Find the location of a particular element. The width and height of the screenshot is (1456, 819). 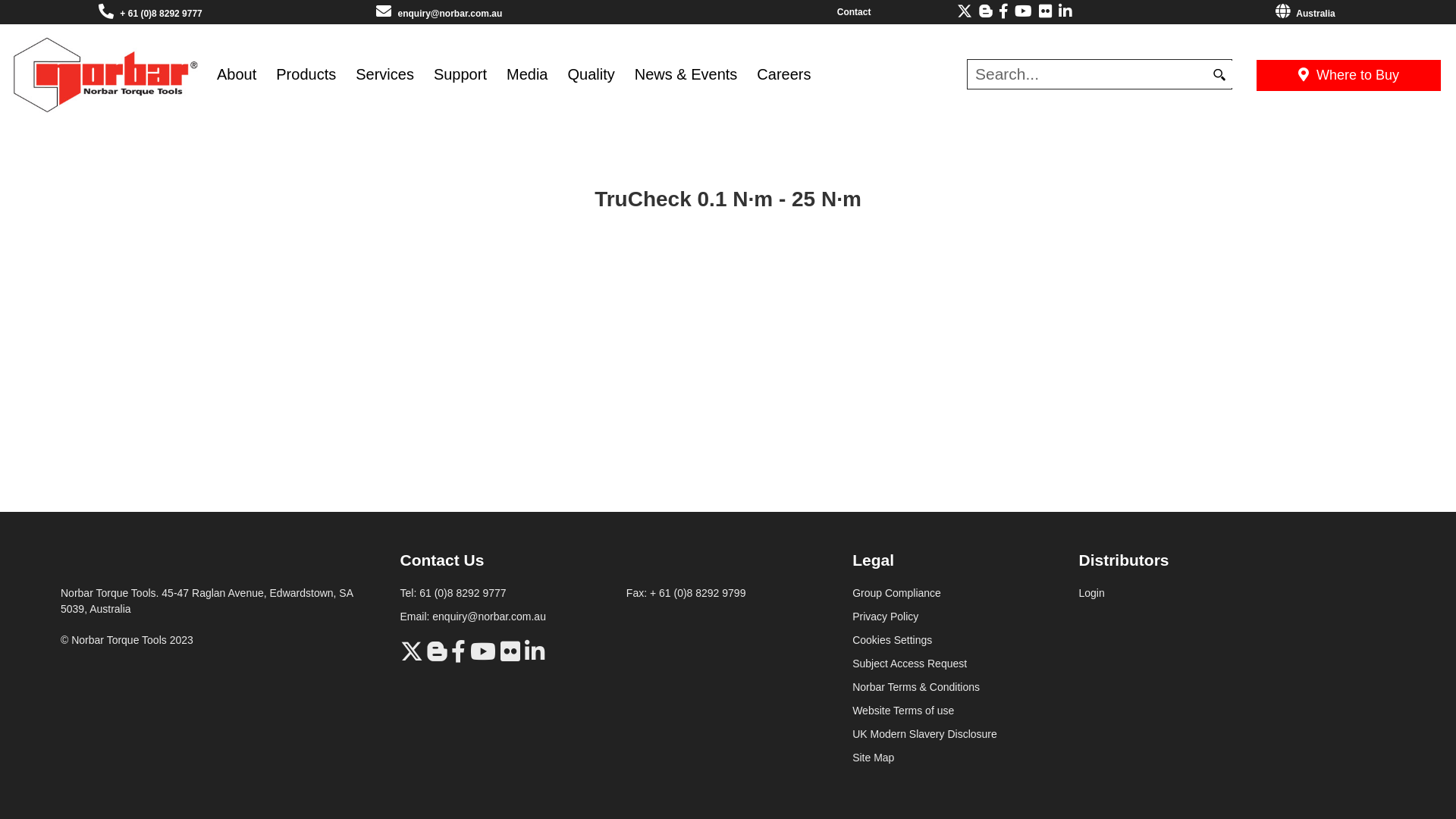

'Group Compliance' is located at coordinates (852, 592).